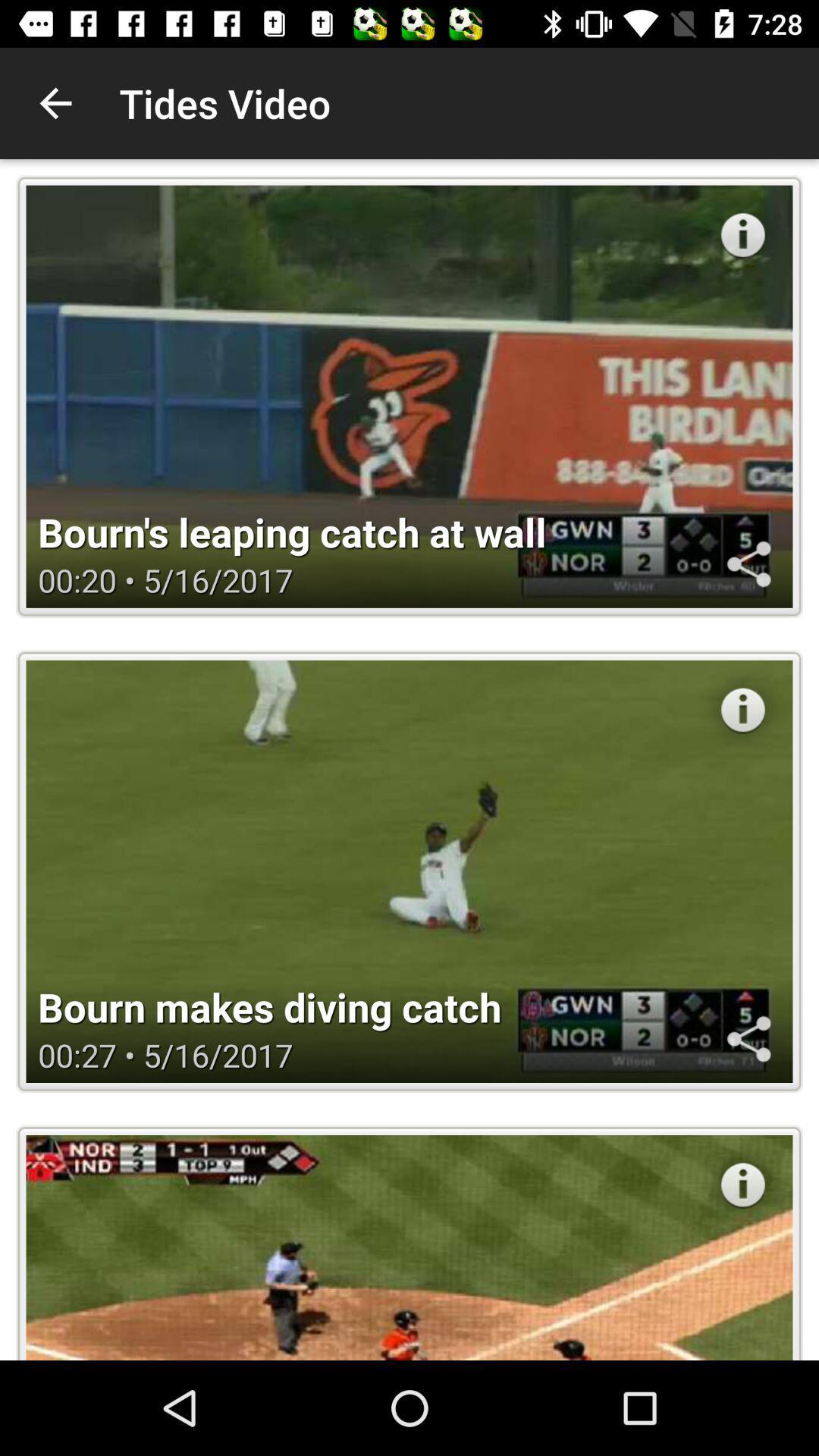 The width and height of the screenshot is (819, 1456). I want to click on share the article, so click(748, 1038).